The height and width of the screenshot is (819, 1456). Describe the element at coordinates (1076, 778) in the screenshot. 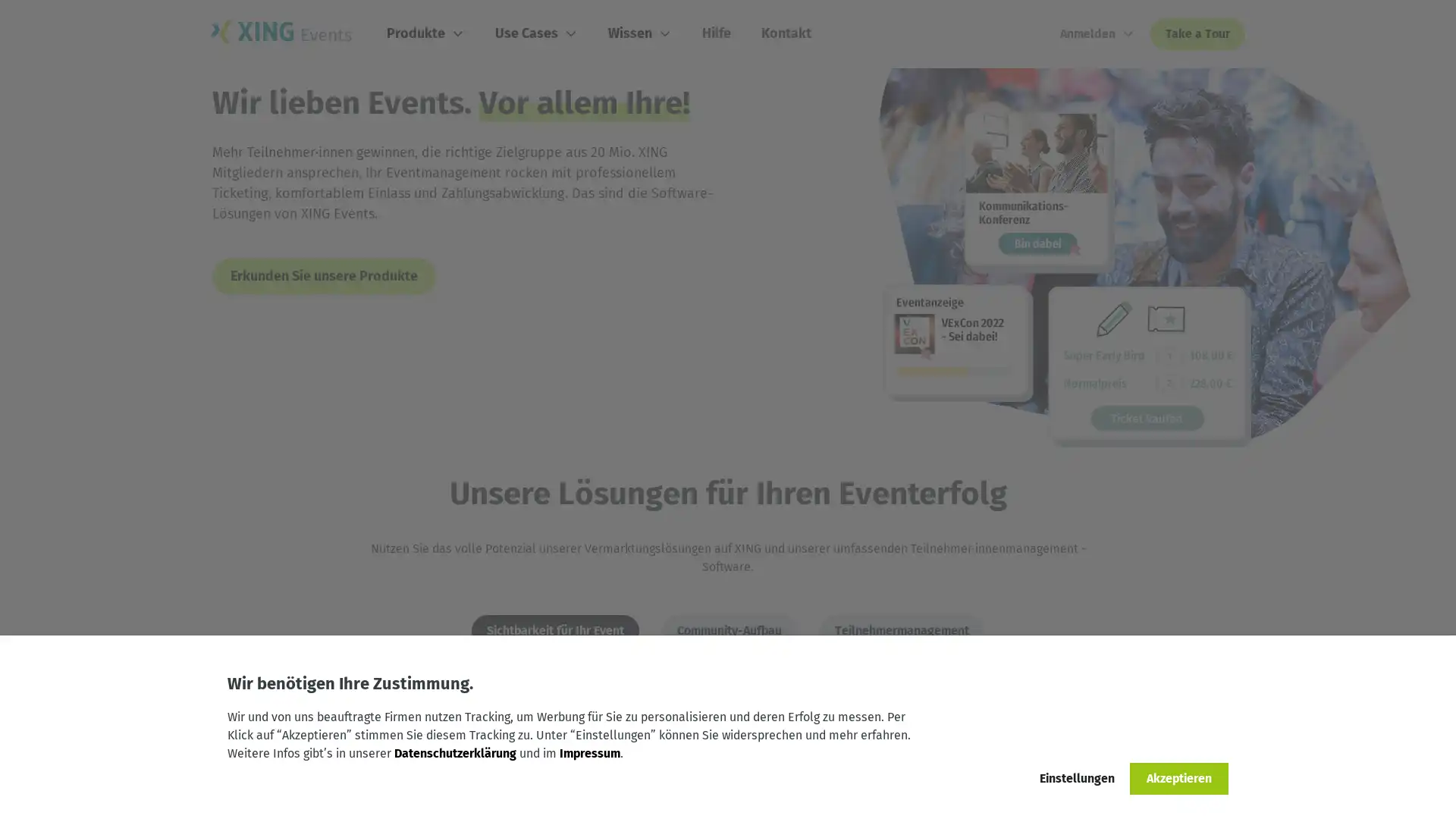

I see `Einstellungen` at that location.